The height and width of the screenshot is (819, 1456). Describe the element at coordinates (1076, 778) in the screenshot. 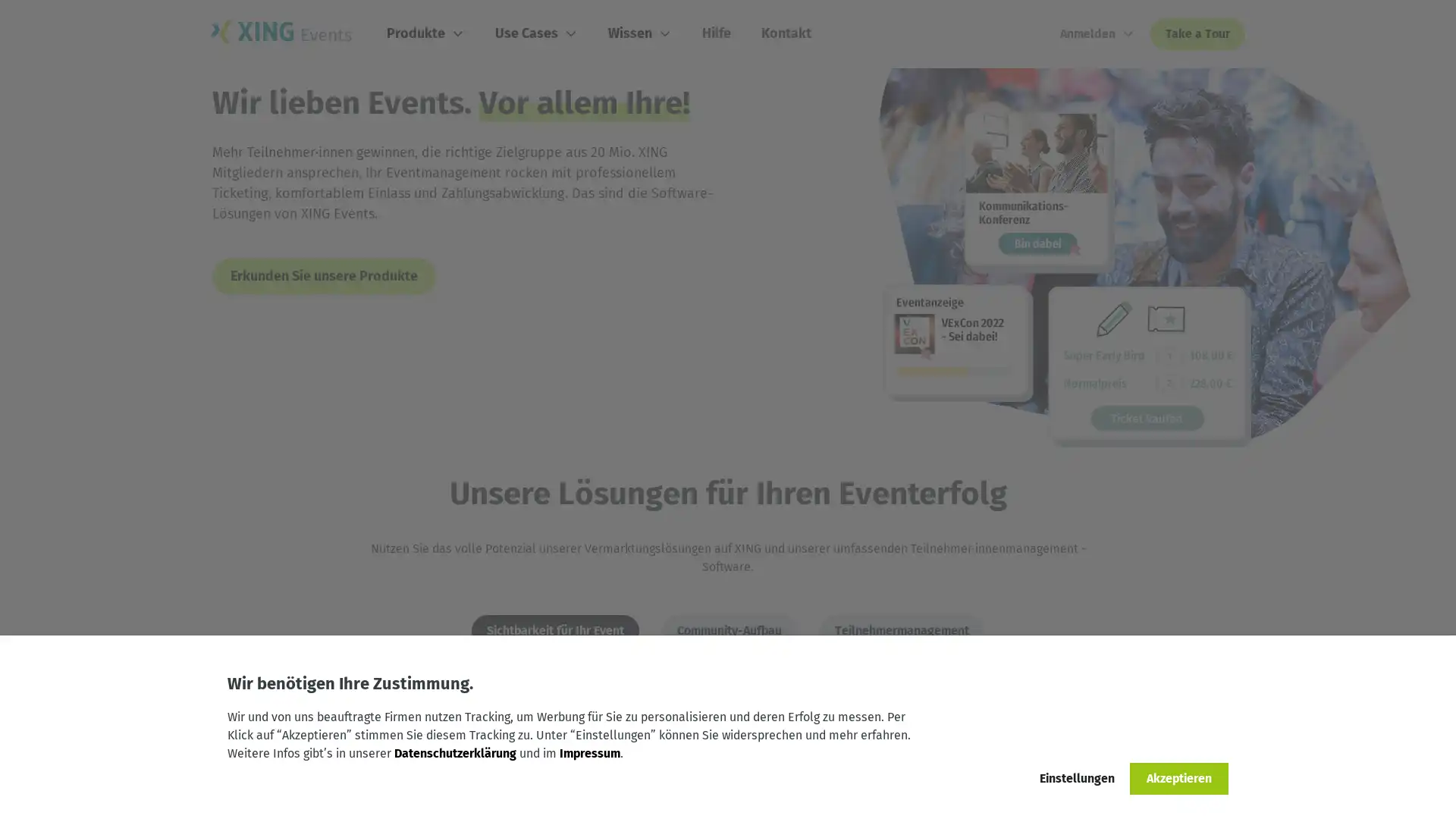

I see `Einstellungen` at that location.